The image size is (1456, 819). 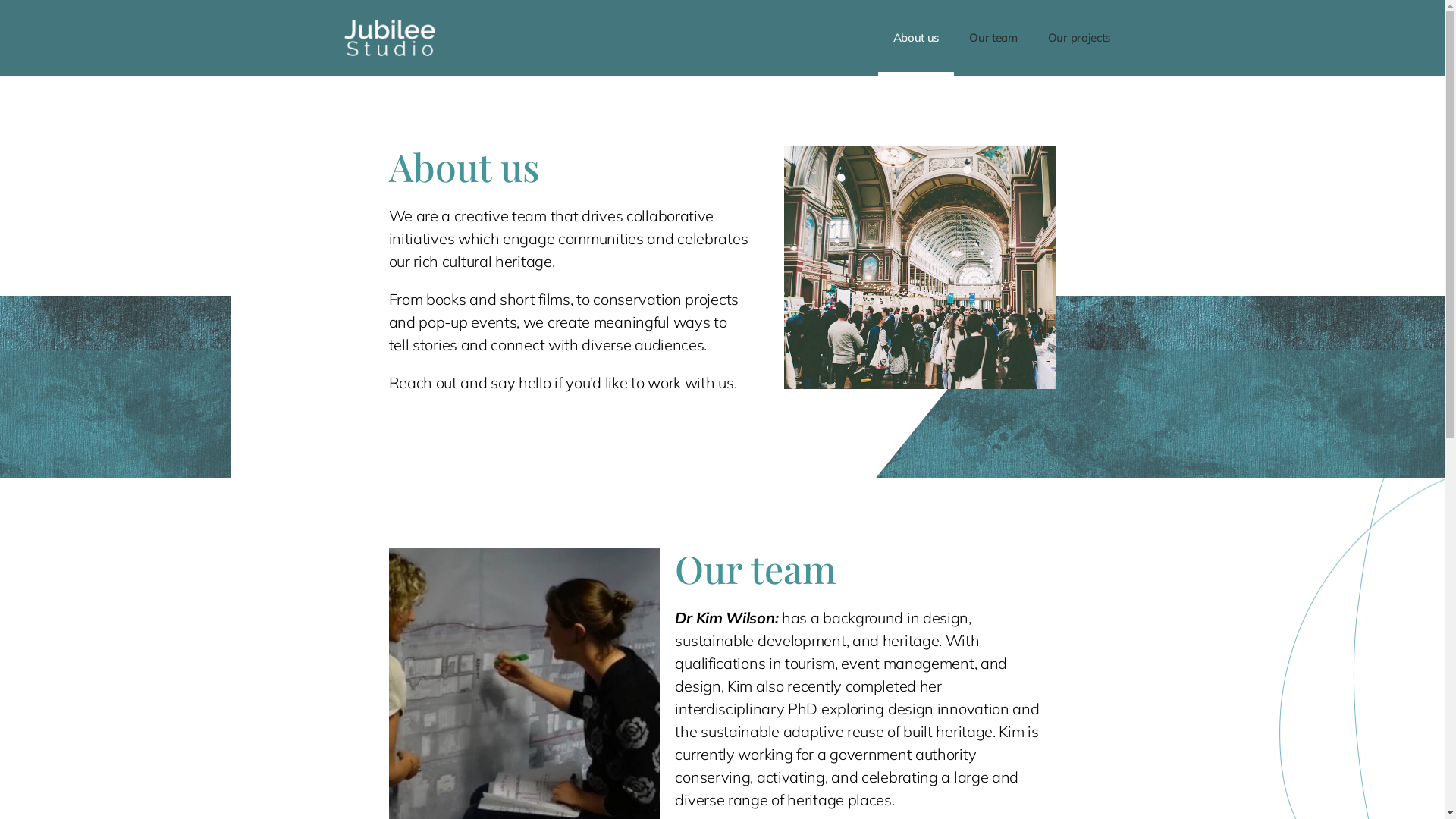 What do you see at coordinates (1032, 37) in the screenshot?
I see `'Our projects'` at bounding box center [1032, 37].